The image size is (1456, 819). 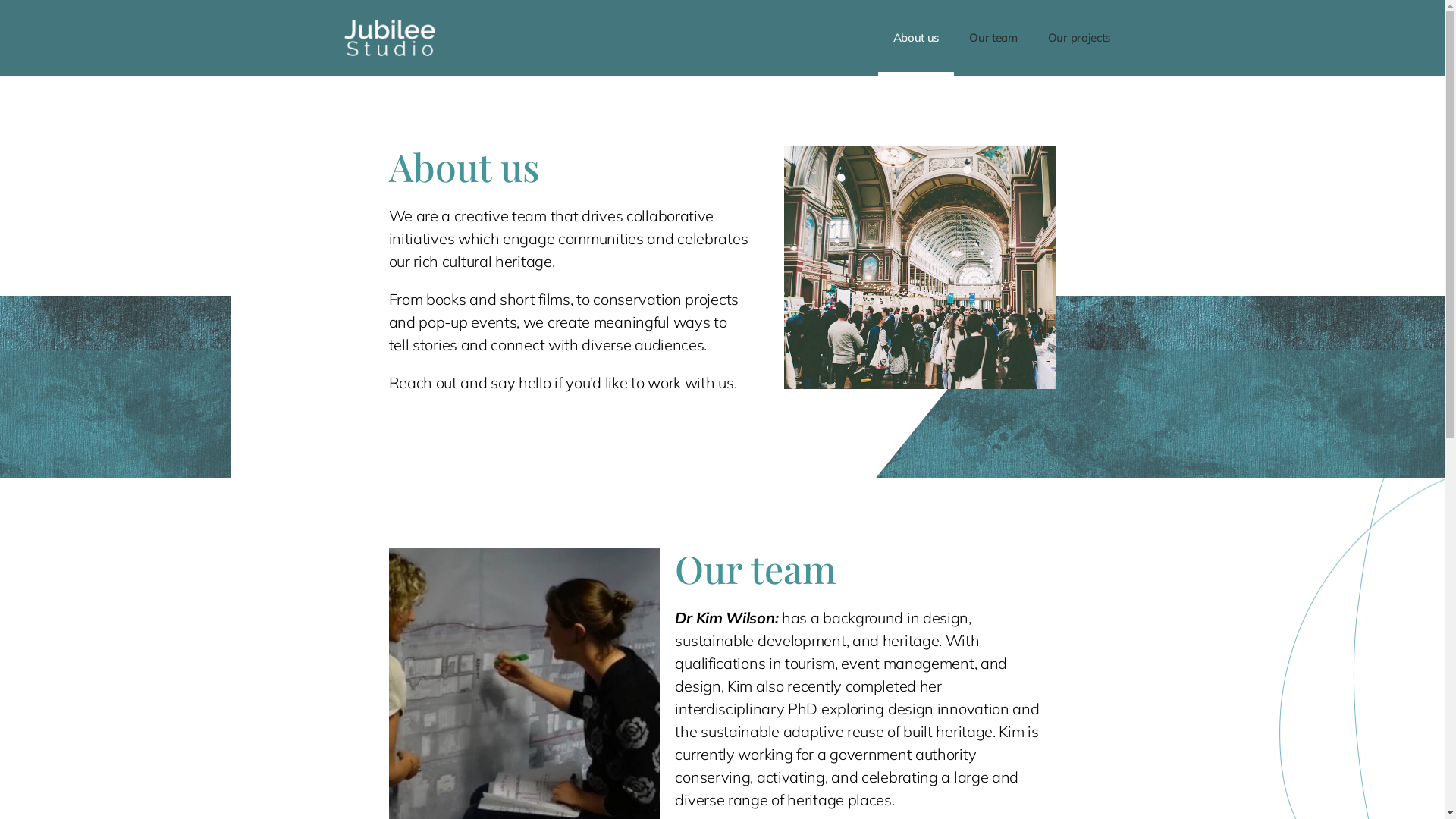 What do you see at coordinates (1032, 37) in the screenshot?
I see `'Our projects'` at bounding box center [1032, 37].